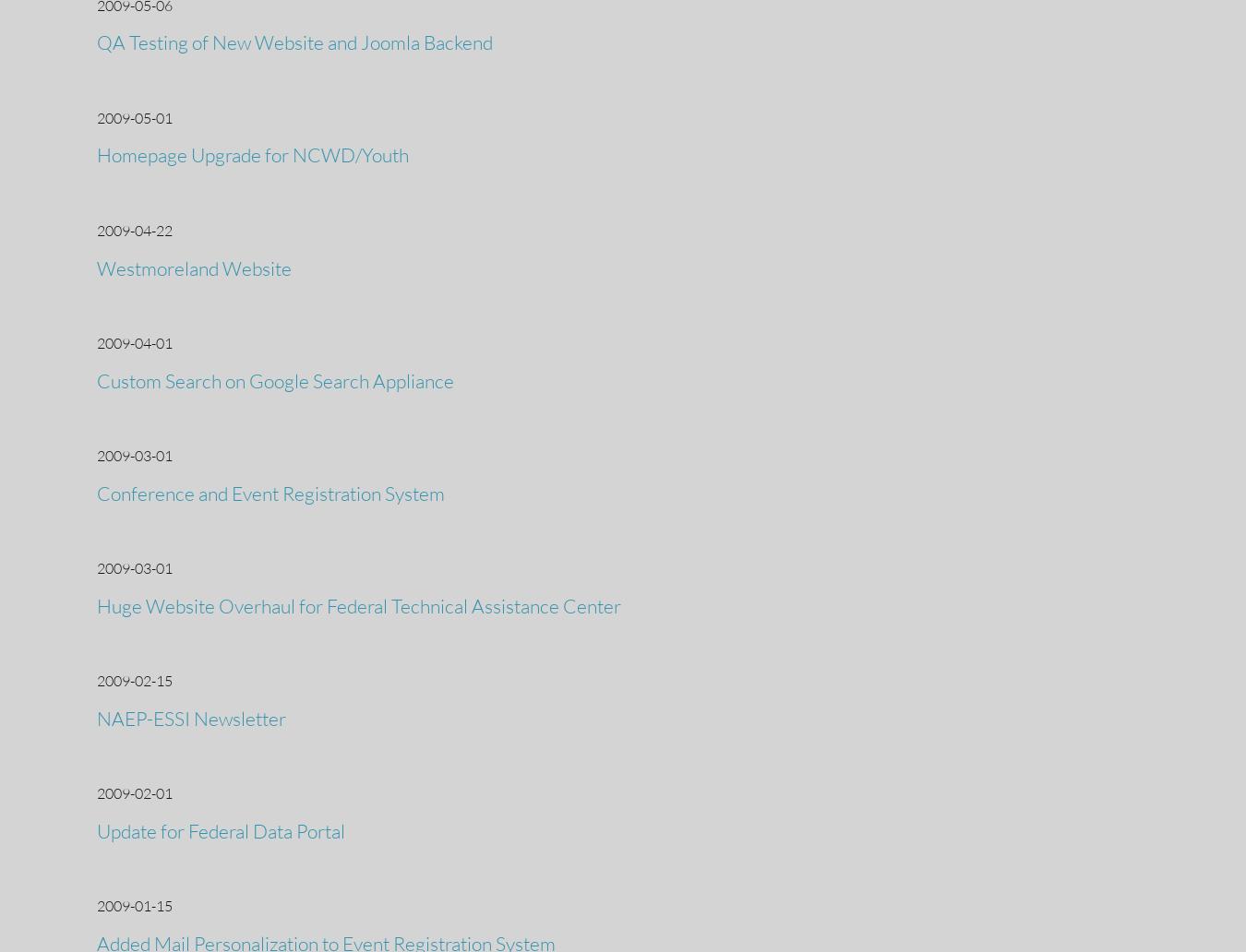 Image resolution: width=1246 pixels, height=952 pixels. I want to click on 'Conference and Event Registration System', so click(270, 492).